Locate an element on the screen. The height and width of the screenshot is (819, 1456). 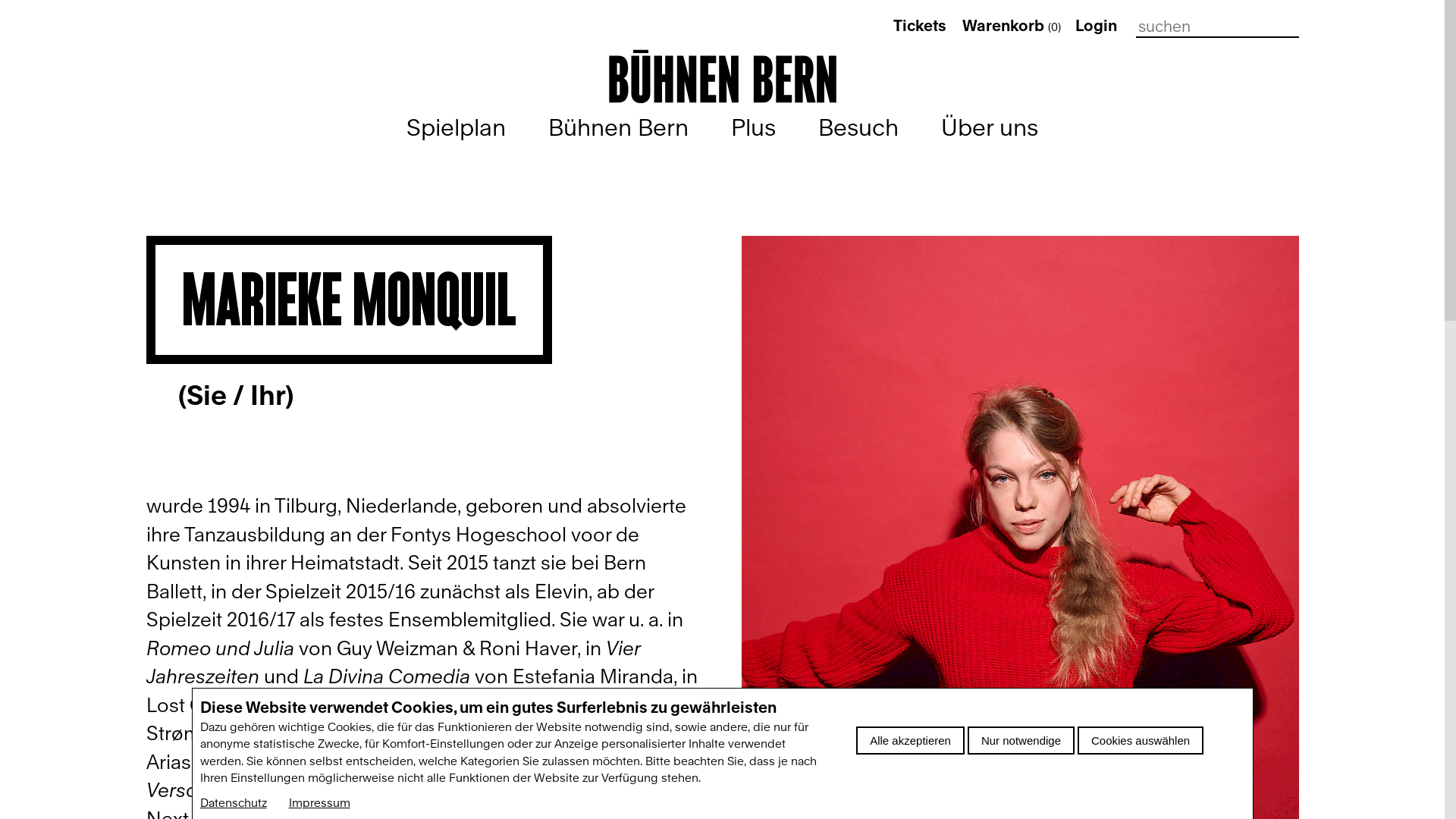
'Alle akzeptieren' is located at coordinates (910, 739).